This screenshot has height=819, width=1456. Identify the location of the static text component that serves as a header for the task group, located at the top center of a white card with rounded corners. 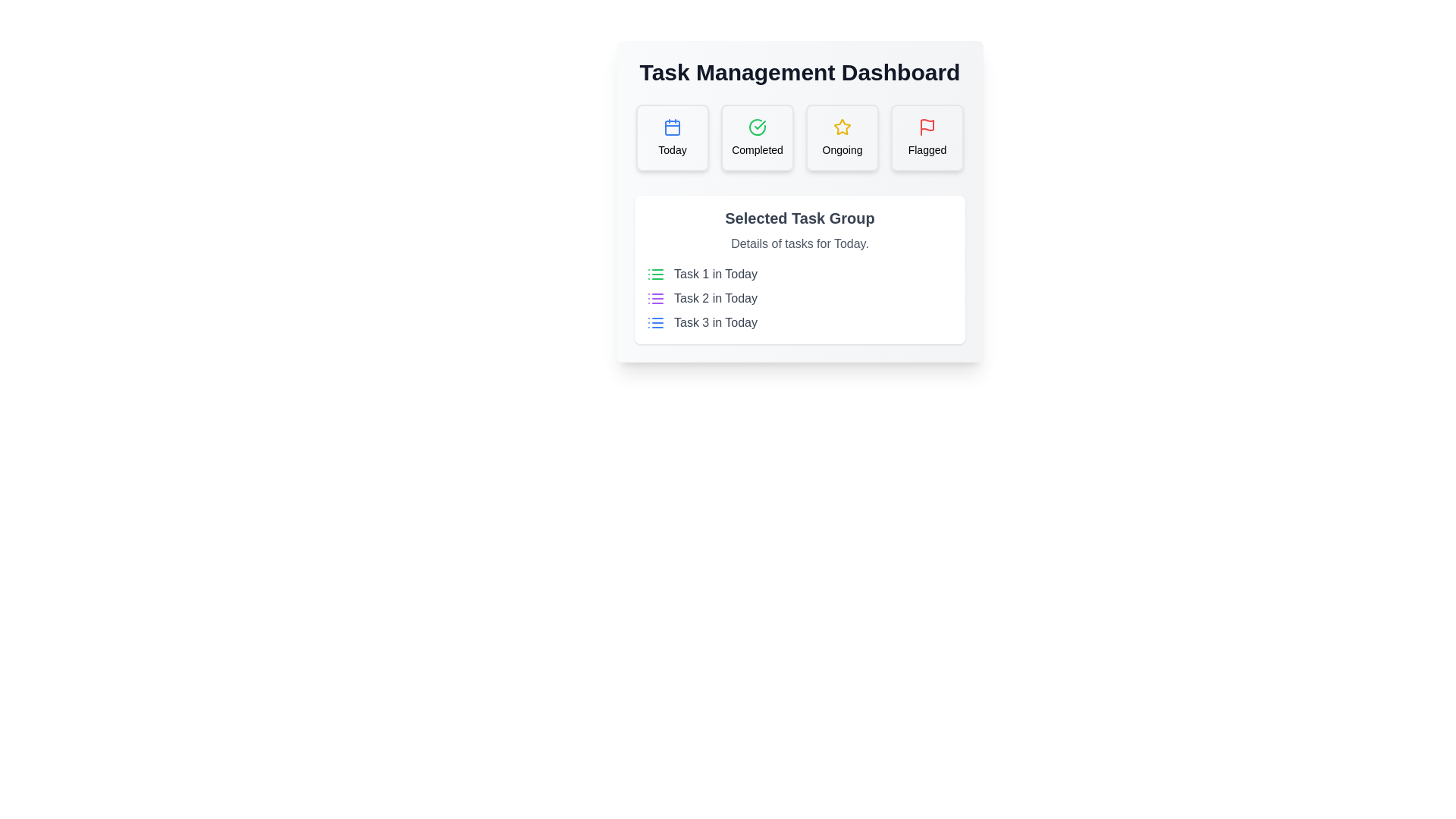
(799, 218).